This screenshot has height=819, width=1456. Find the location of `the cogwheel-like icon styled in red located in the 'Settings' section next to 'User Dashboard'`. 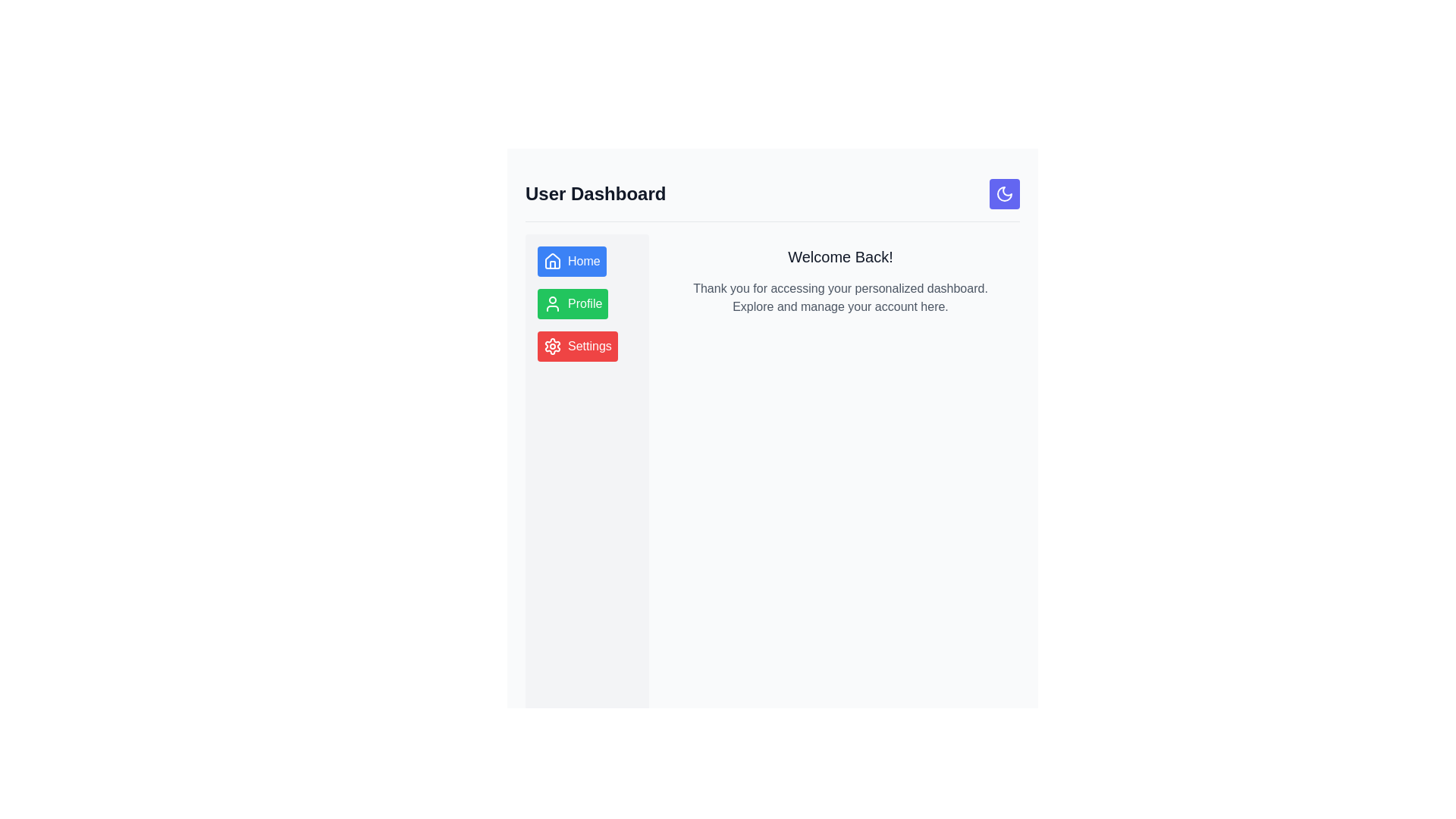

the cogwheel-like icon styled in red located in the 'Settings' section next to 'User Dashboard' is located at coordinates (552, 346).